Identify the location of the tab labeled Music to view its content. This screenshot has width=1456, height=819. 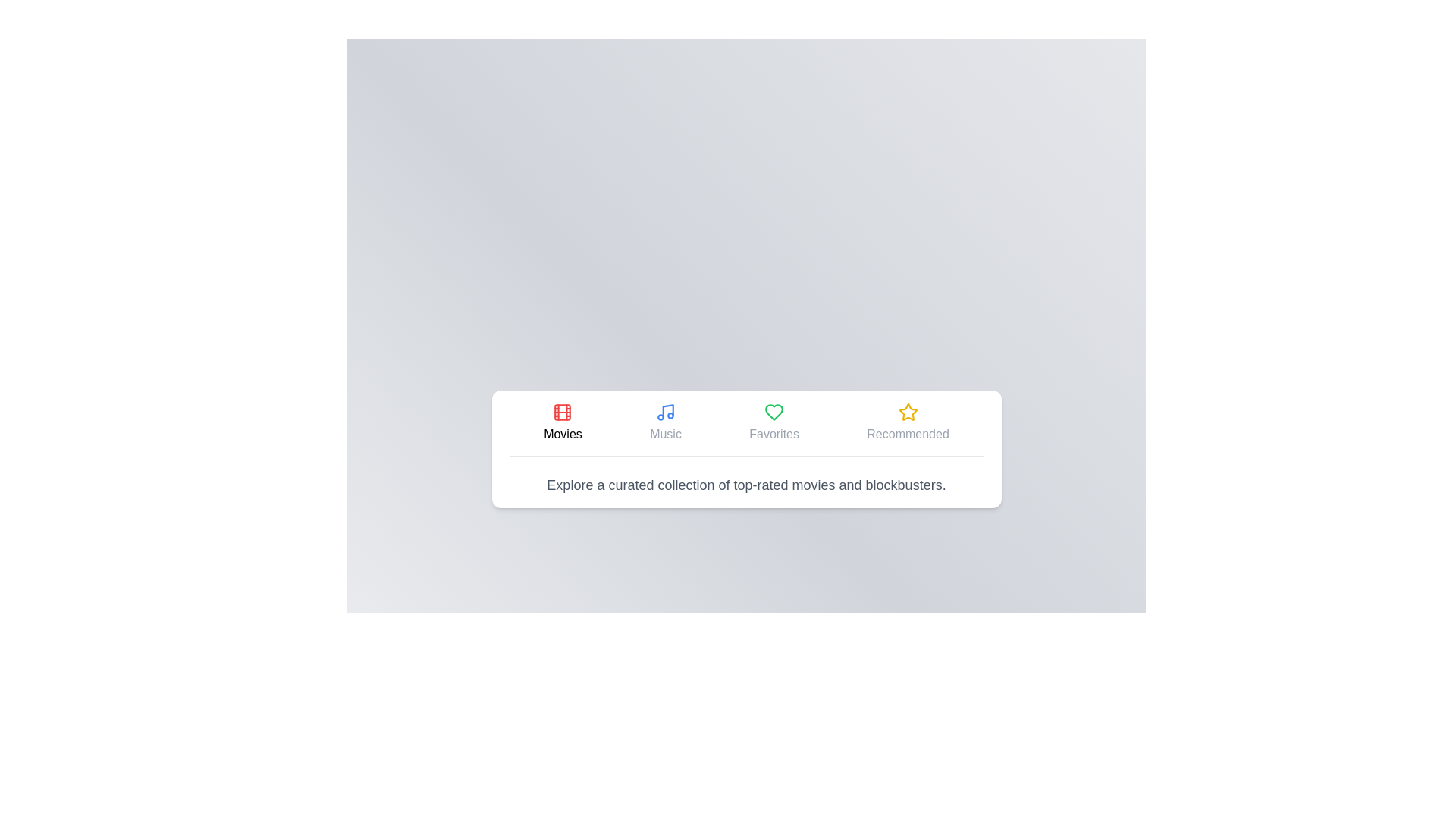
(666, 422).